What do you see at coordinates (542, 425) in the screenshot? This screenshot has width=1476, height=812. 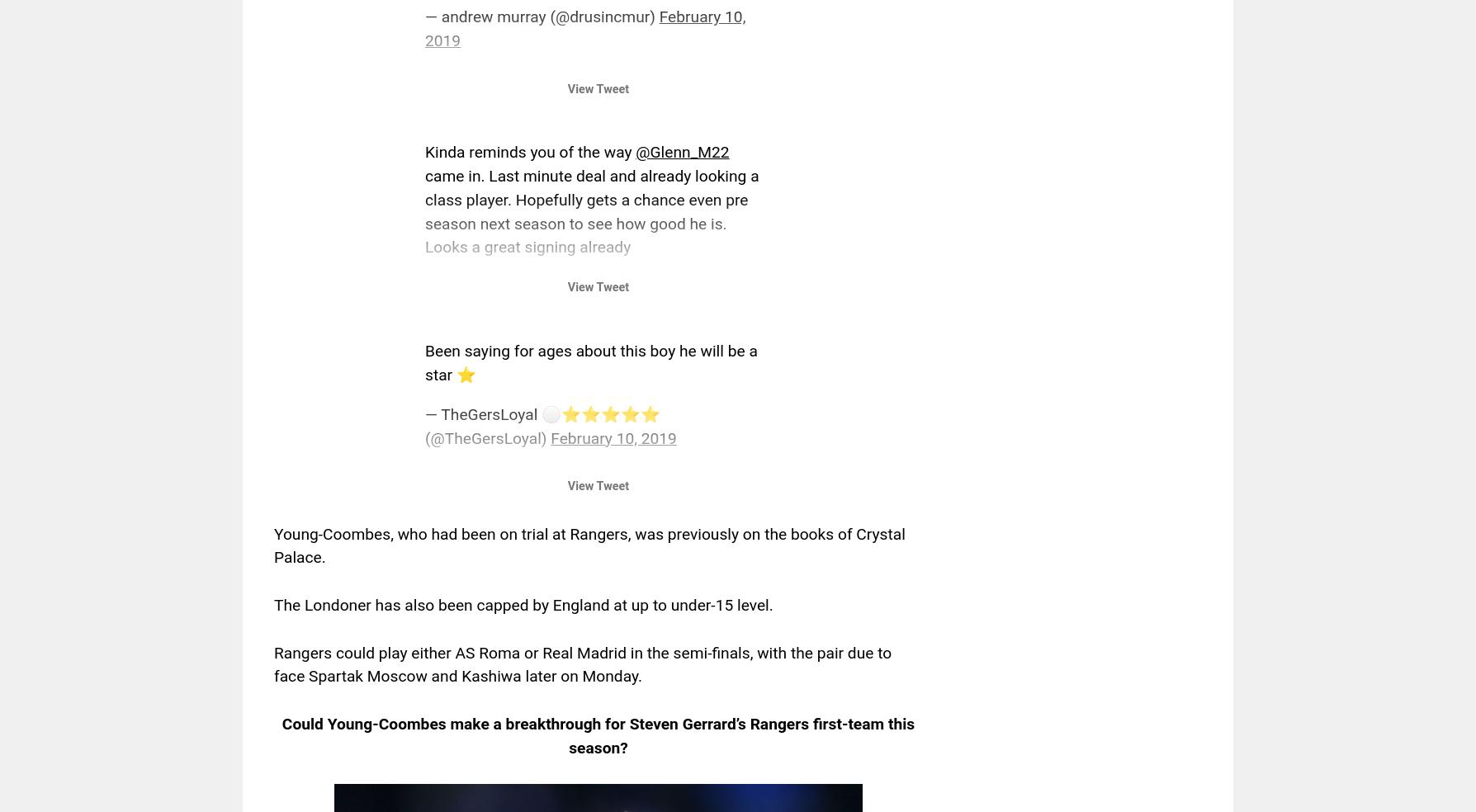 I see `'— TheGersLoyal ⚪️⭐️⭐️⭐️⭐️⭐️ (@TheGersLoyal)'` at bounding box center [542, 425].